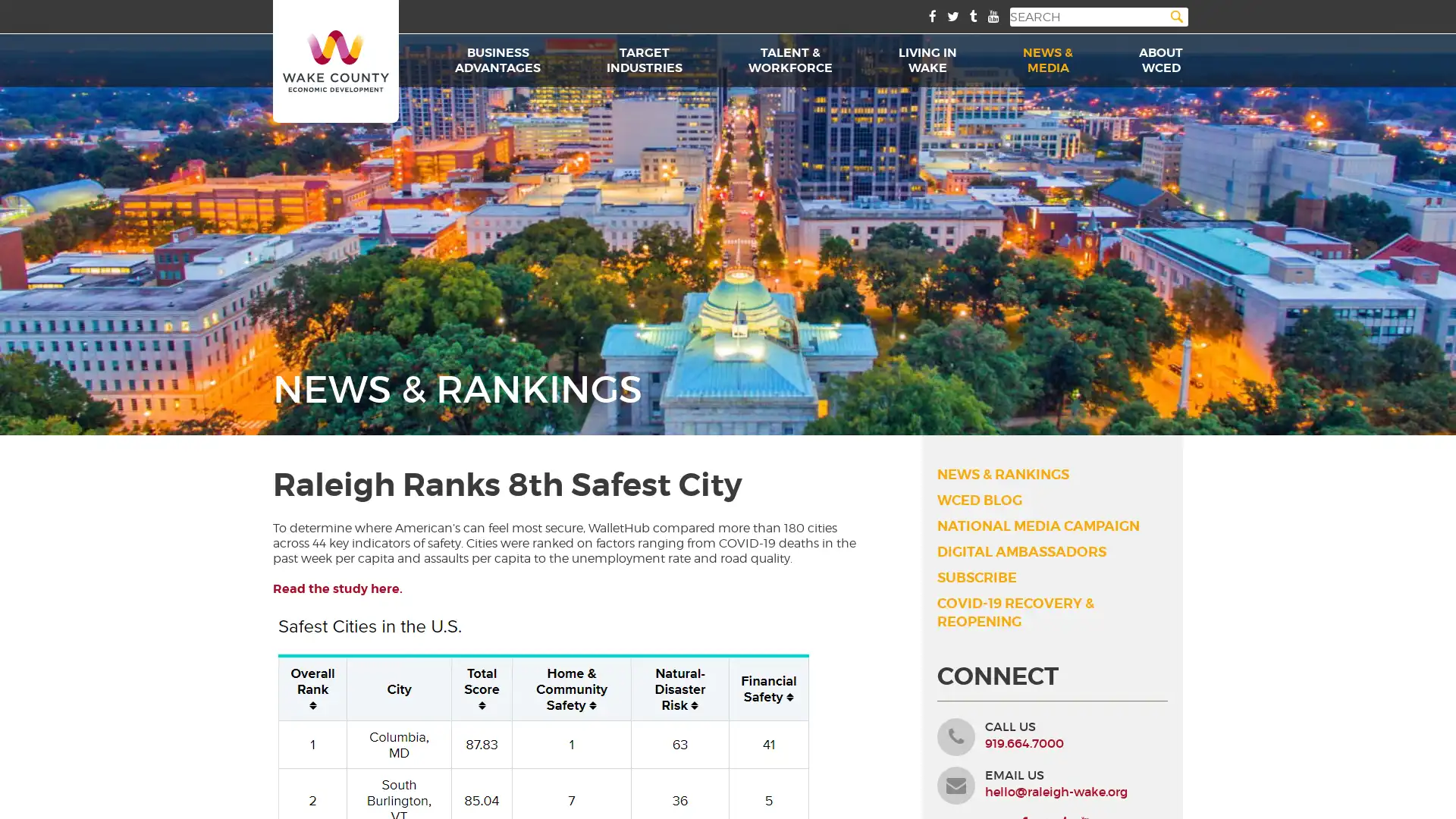 This screenshot has height=819, width=1456. What do you see at coordinates (1175, 17) in the screenshot?
I see `Search` at bounding box center [1175, 17].